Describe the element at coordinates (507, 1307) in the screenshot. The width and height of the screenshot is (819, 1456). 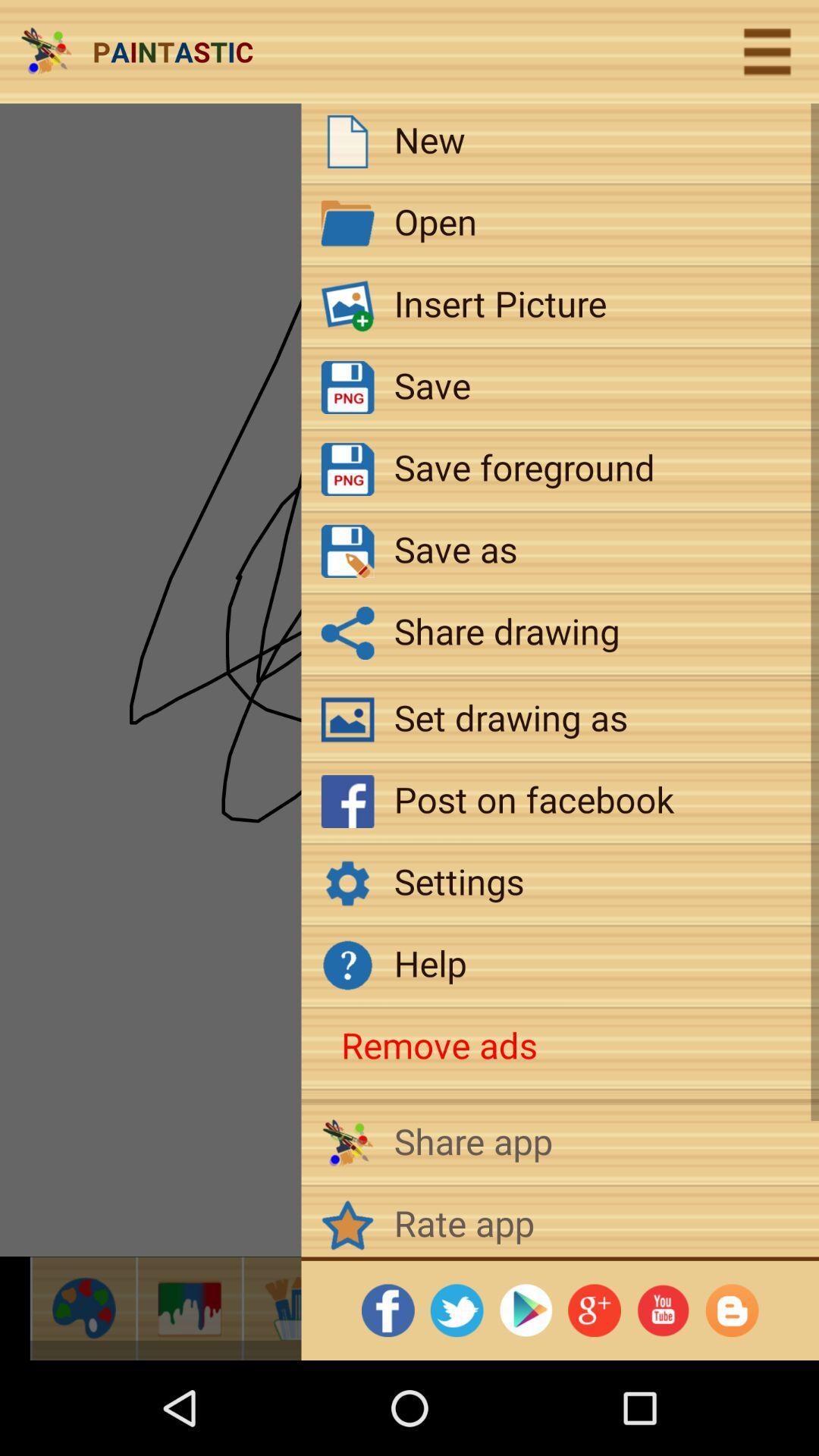
I see `the play icon` at that location.